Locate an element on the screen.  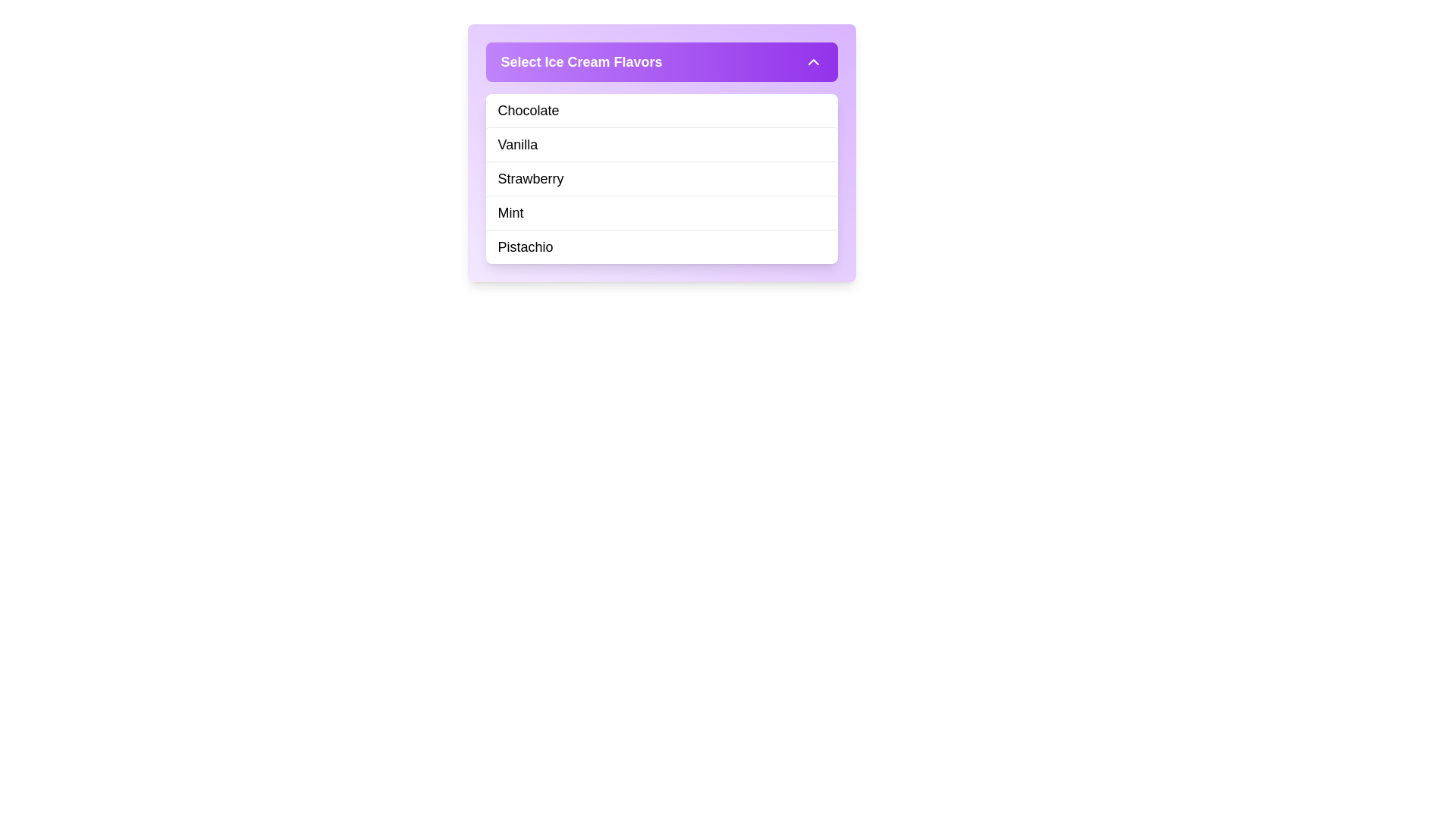
the text element displaying 'Chocolate' which is the first item in the dropdown menu titled 'Select Ice Cream Flavors' is located at coordinates (528, 110).